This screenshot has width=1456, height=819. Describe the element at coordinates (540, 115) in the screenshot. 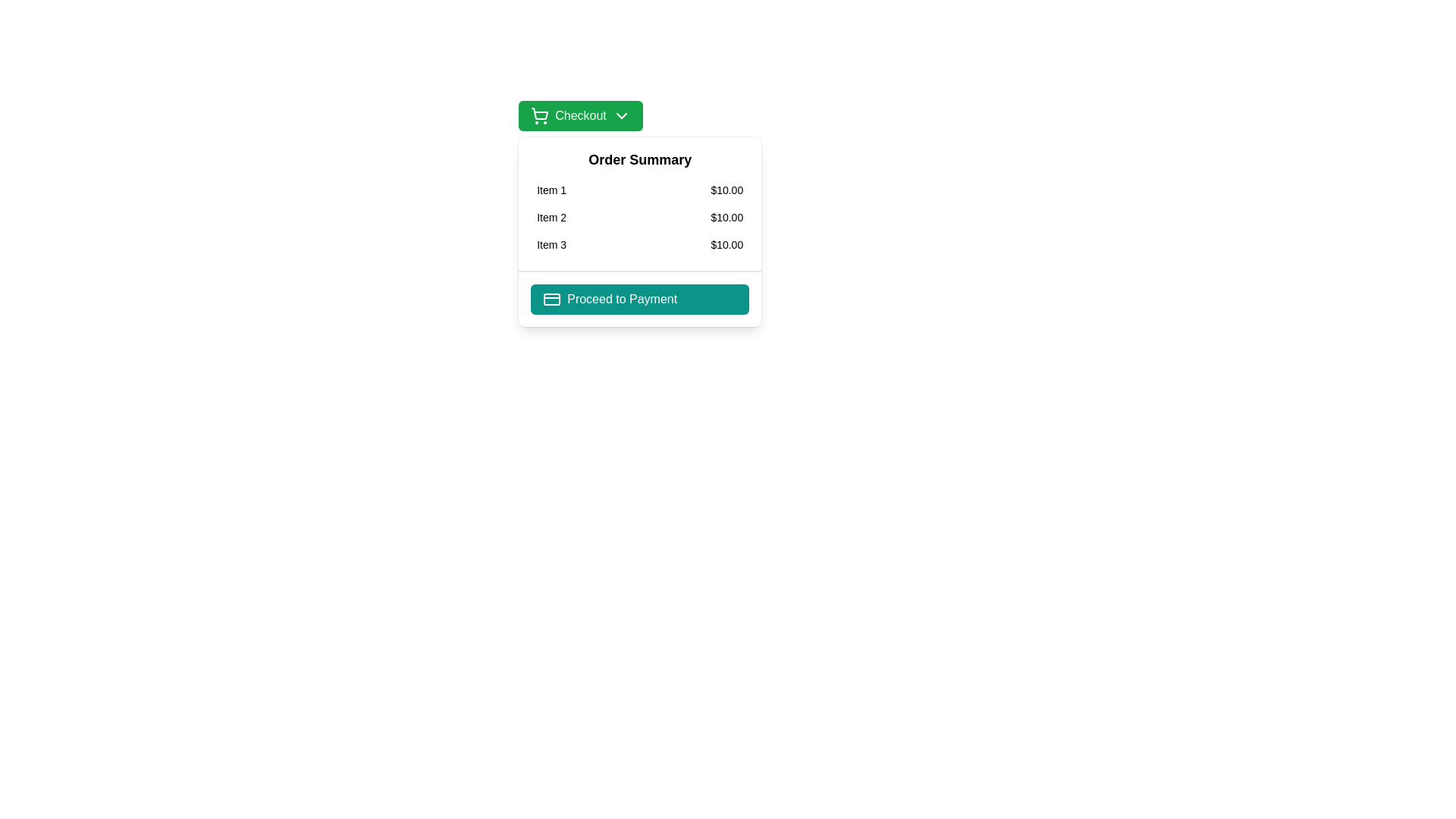

I see `the shopping cart icon located on the left side of the green 'Checkout' button, positioned before the 'Checkout' text` at that location.